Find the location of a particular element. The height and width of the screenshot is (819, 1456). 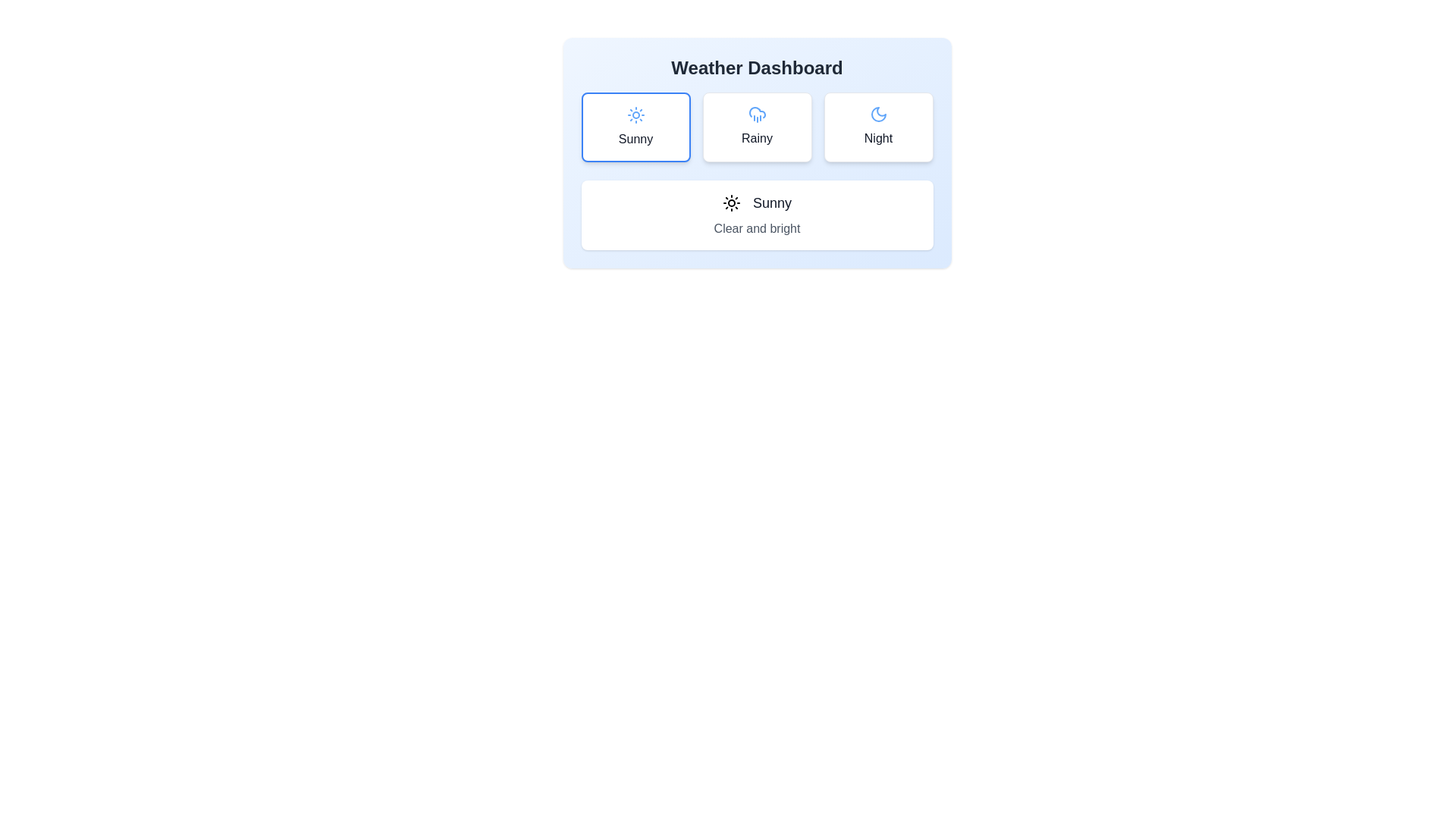

the 'Sunny' weather condition icon located in the left segment of the weather indicator section is located at coordinates (731, 202).